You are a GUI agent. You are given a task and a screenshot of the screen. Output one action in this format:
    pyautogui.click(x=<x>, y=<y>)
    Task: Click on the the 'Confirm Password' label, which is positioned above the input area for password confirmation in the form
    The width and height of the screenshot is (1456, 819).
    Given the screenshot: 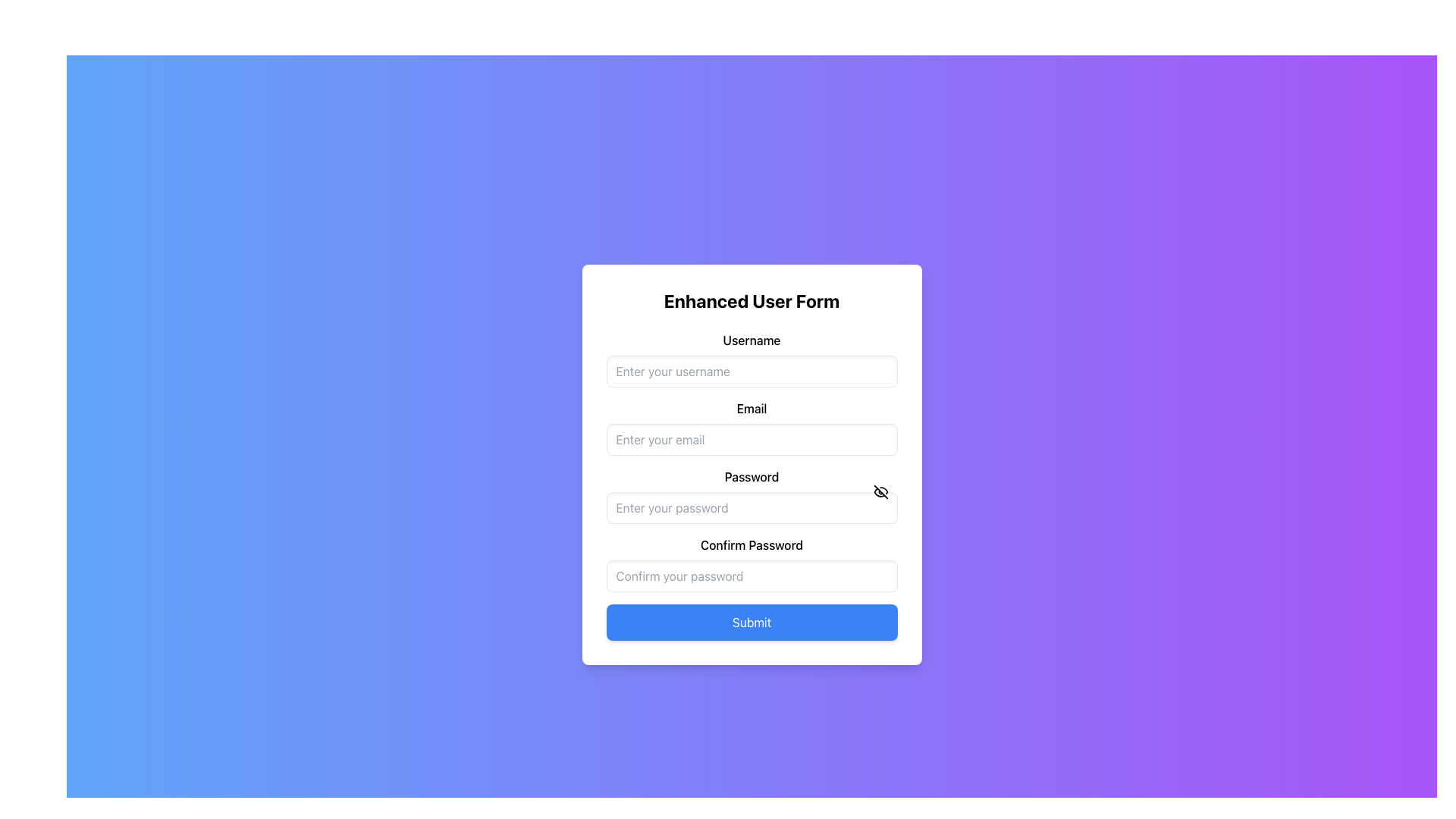 What is the action you would take?
    pyautogui.click(x=752, y=544)
    